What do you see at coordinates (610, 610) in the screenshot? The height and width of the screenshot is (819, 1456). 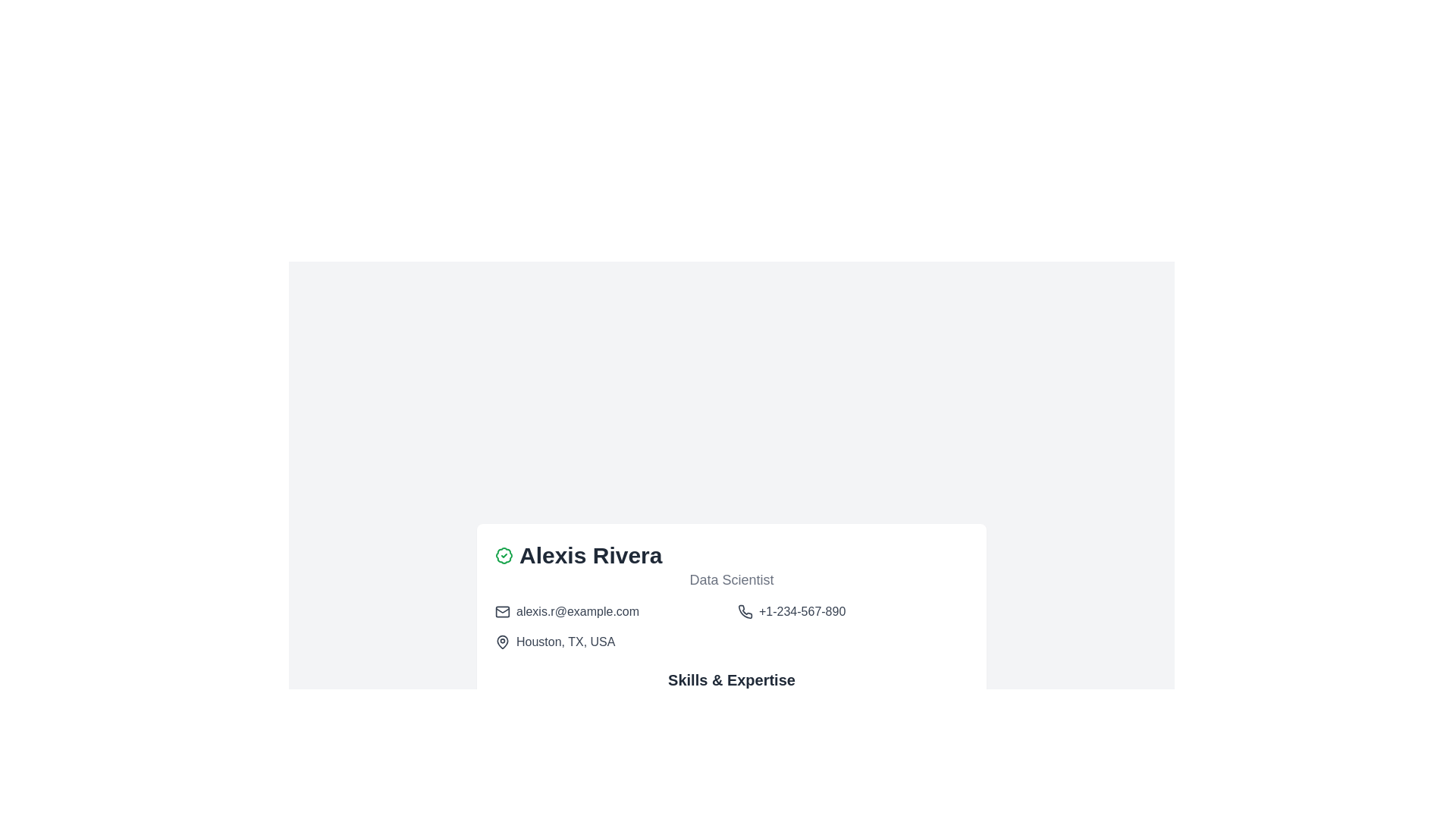 I see `the email address label located in the first row of the left column of the grid layout, which displays the user's email contact information` at bounding box center [610, 610].